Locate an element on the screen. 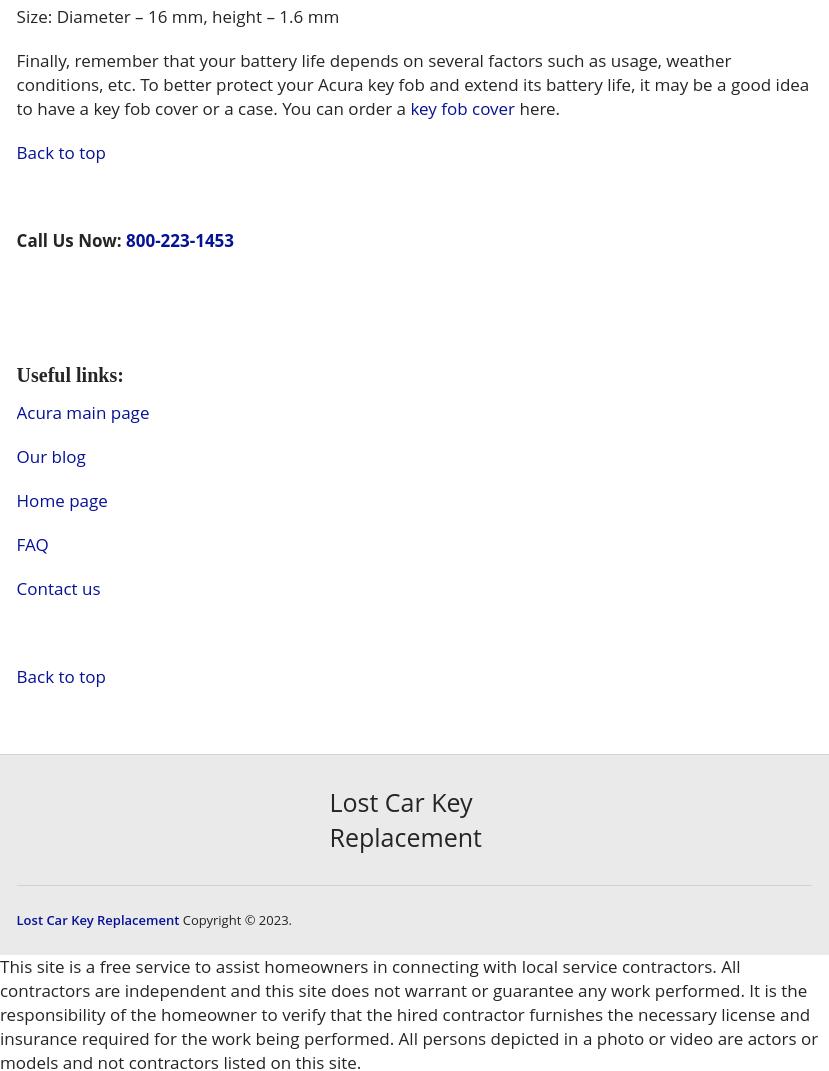 The image size is (829, 1071). 'Contact us' is located at coordinates (57, 587).